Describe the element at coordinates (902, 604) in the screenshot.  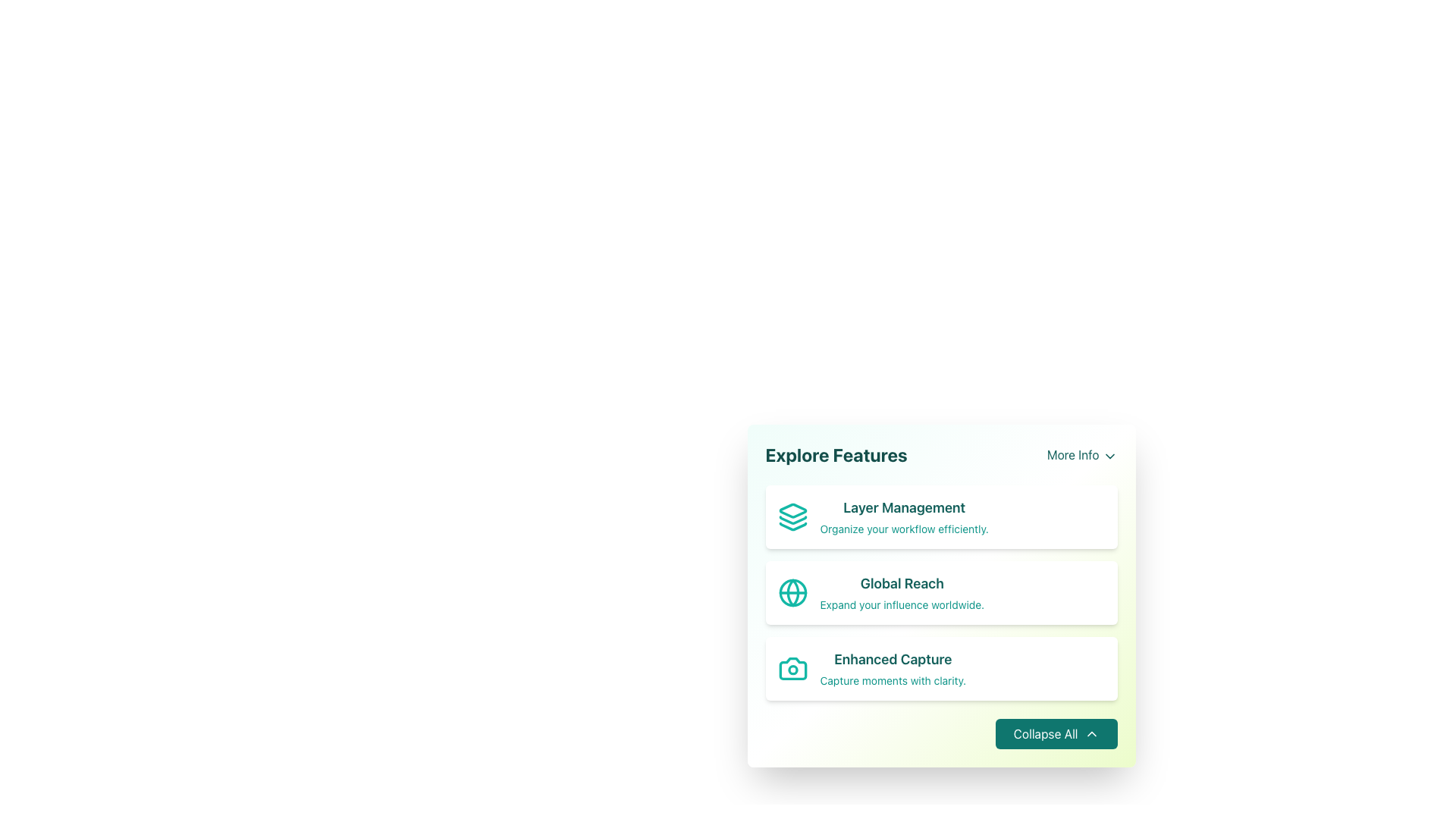
I see `the text label reading 'Expand your influence worldwide.' which is styled in a small, teal-colored font and is located in the lower text section of the 'Global Reach' card` at that location.